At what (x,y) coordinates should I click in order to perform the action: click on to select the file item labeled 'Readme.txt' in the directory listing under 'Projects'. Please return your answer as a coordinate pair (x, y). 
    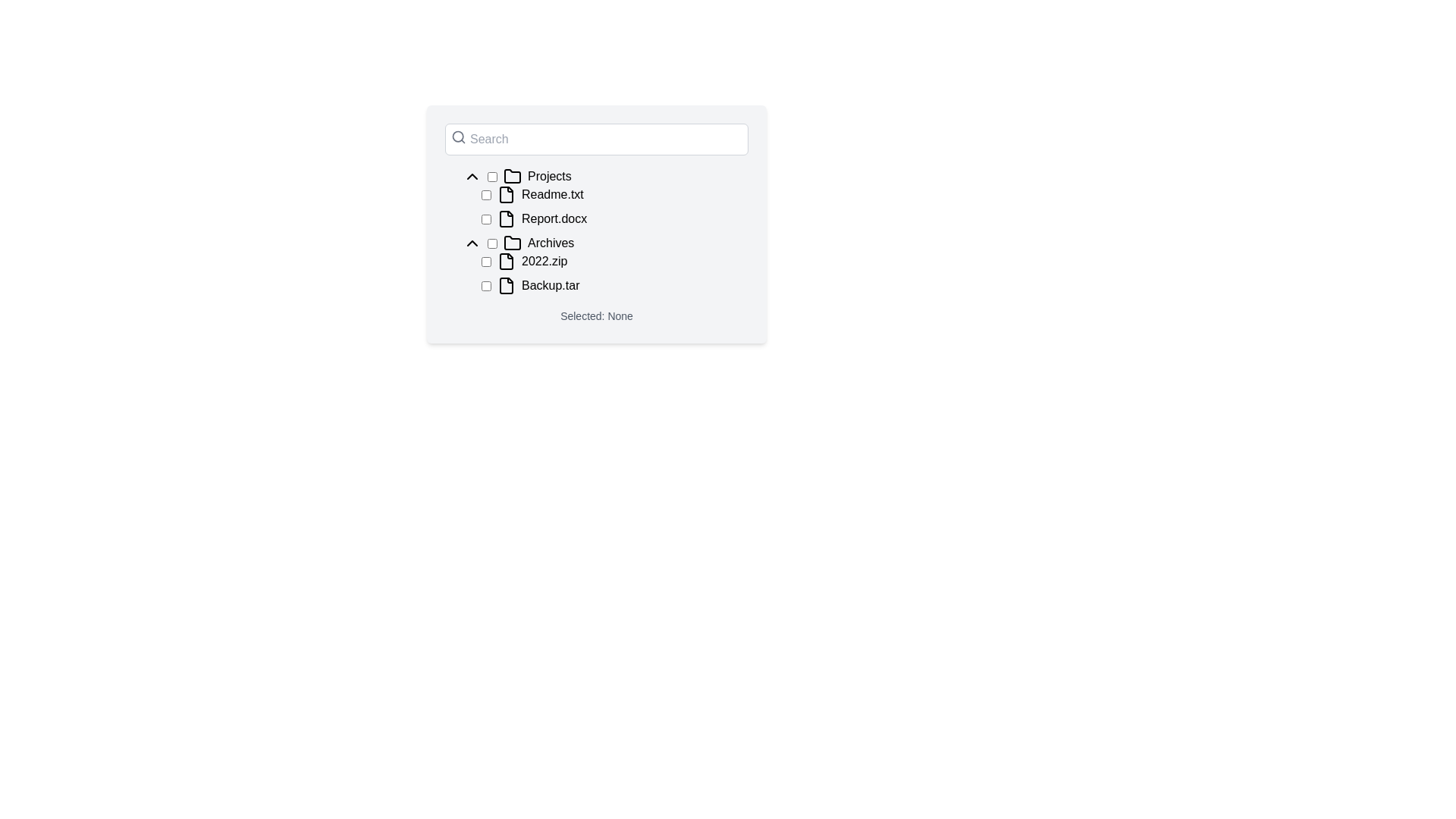
    Looking at the image, I should click on (615, 194).